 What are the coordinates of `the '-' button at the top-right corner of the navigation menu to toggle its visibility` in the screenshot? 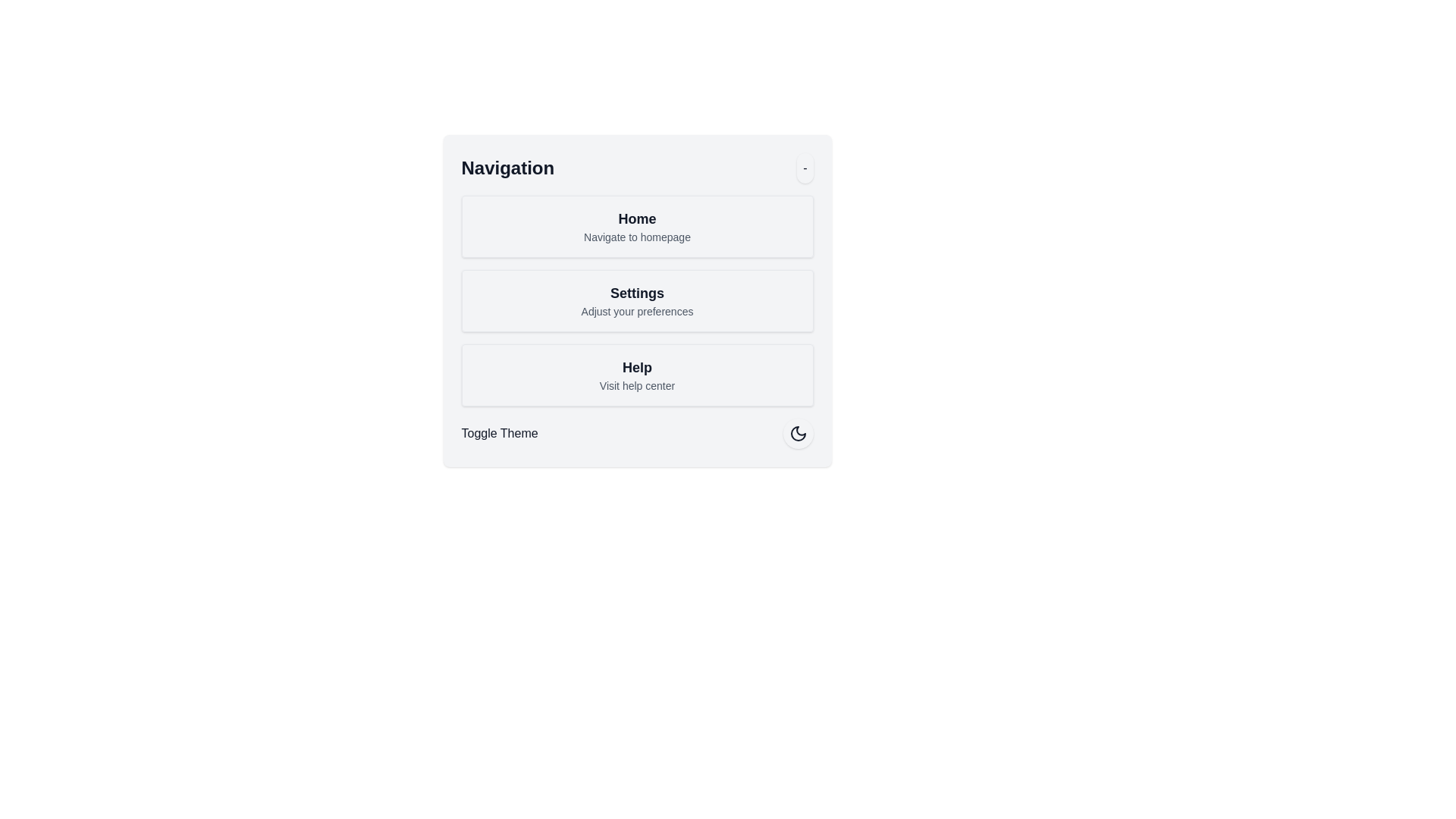 It's located at (803, 168).